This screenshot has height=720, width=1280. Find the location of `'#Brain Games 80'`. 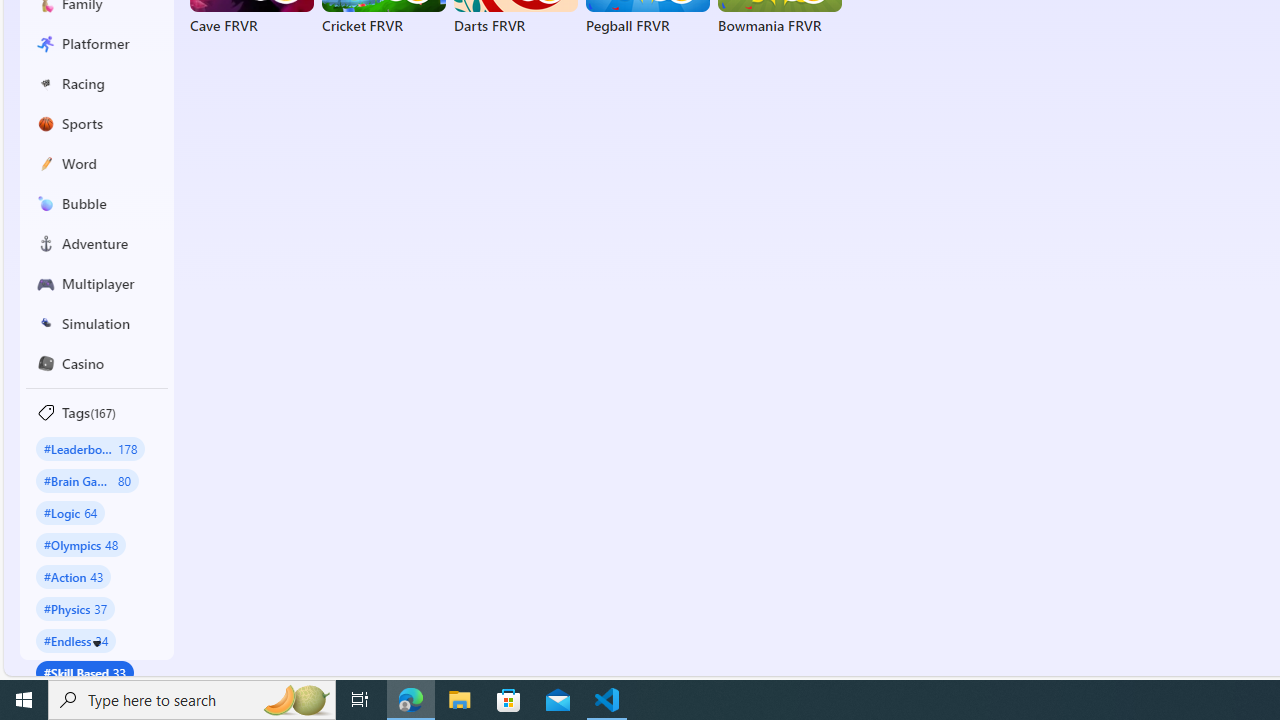

'#Brain Games 80' is located at coordinates (86, 480).